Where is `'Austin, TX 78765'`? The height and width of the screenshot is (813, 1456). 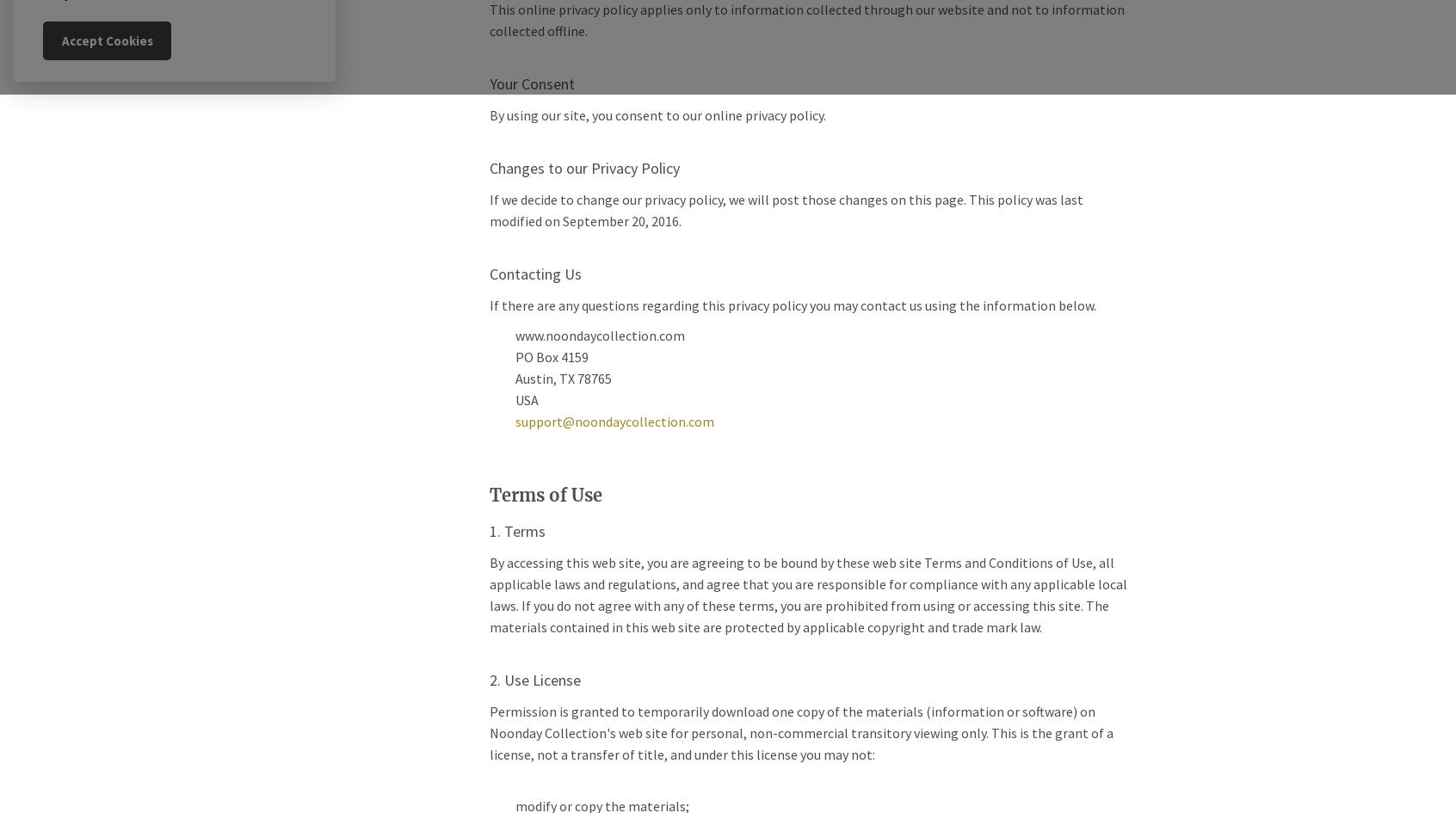
'Austin, TX 78765' is located at coordinates (562, 378).